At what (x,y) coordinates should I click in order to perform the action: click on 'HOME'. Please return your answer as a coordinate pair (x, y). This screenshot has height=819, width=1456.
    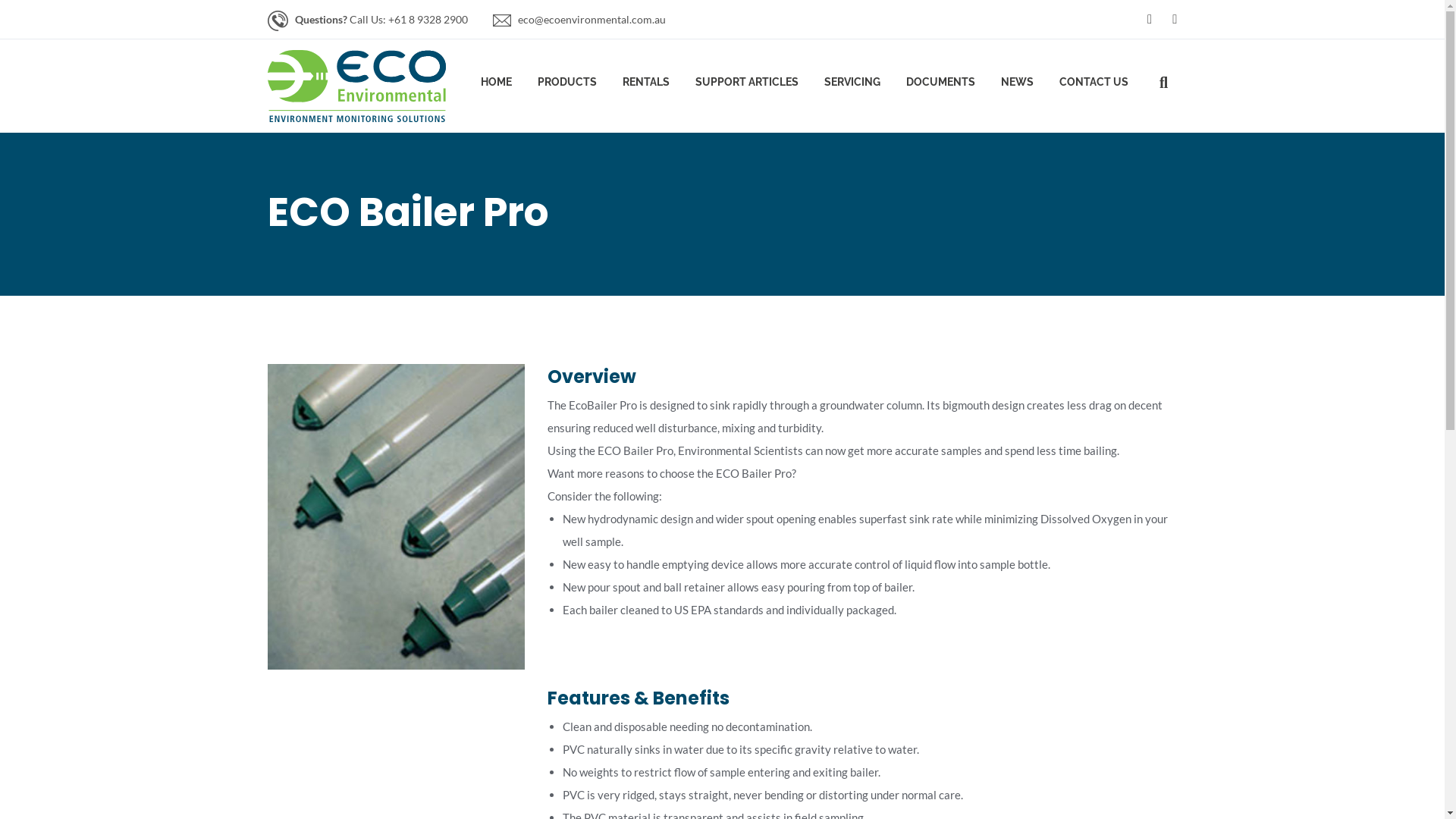
    Looking at the image, I should click on (496, 86).